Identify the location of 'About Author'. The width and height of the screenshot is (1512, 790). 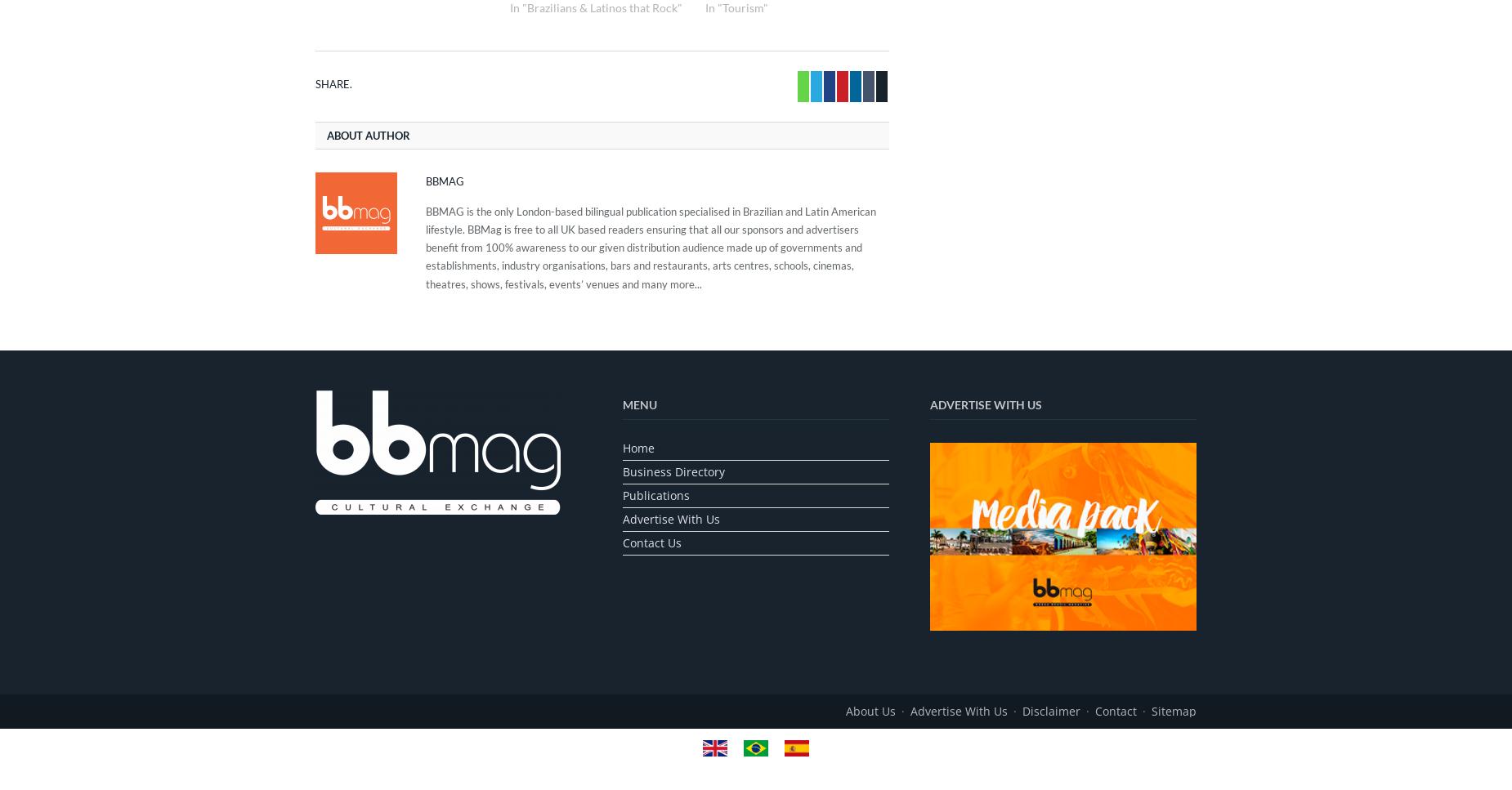
(368, 136).